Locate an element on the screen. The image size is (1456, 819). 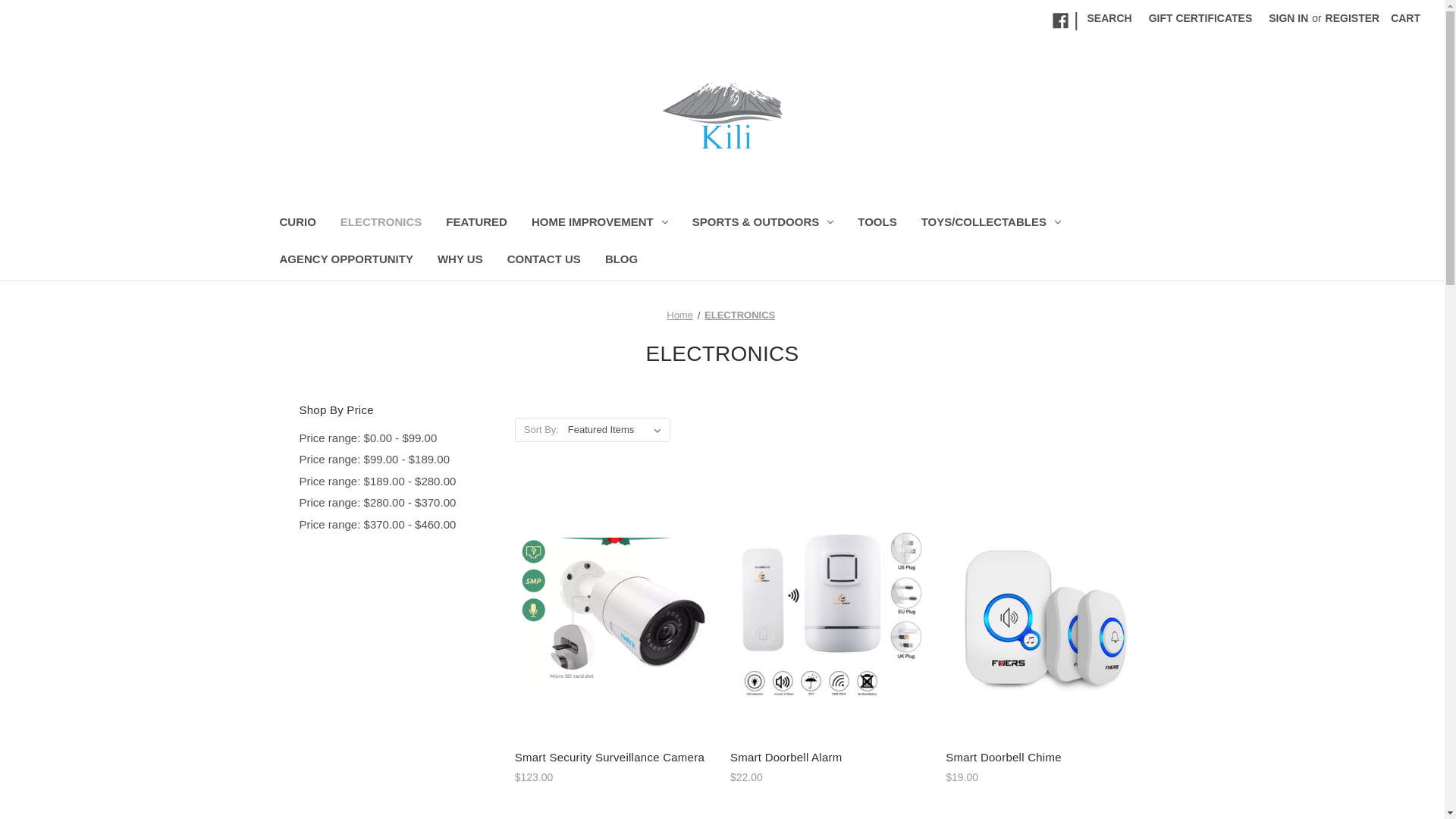
'GIFT CERTIFICATES' is located at coordinates (1200, 18).